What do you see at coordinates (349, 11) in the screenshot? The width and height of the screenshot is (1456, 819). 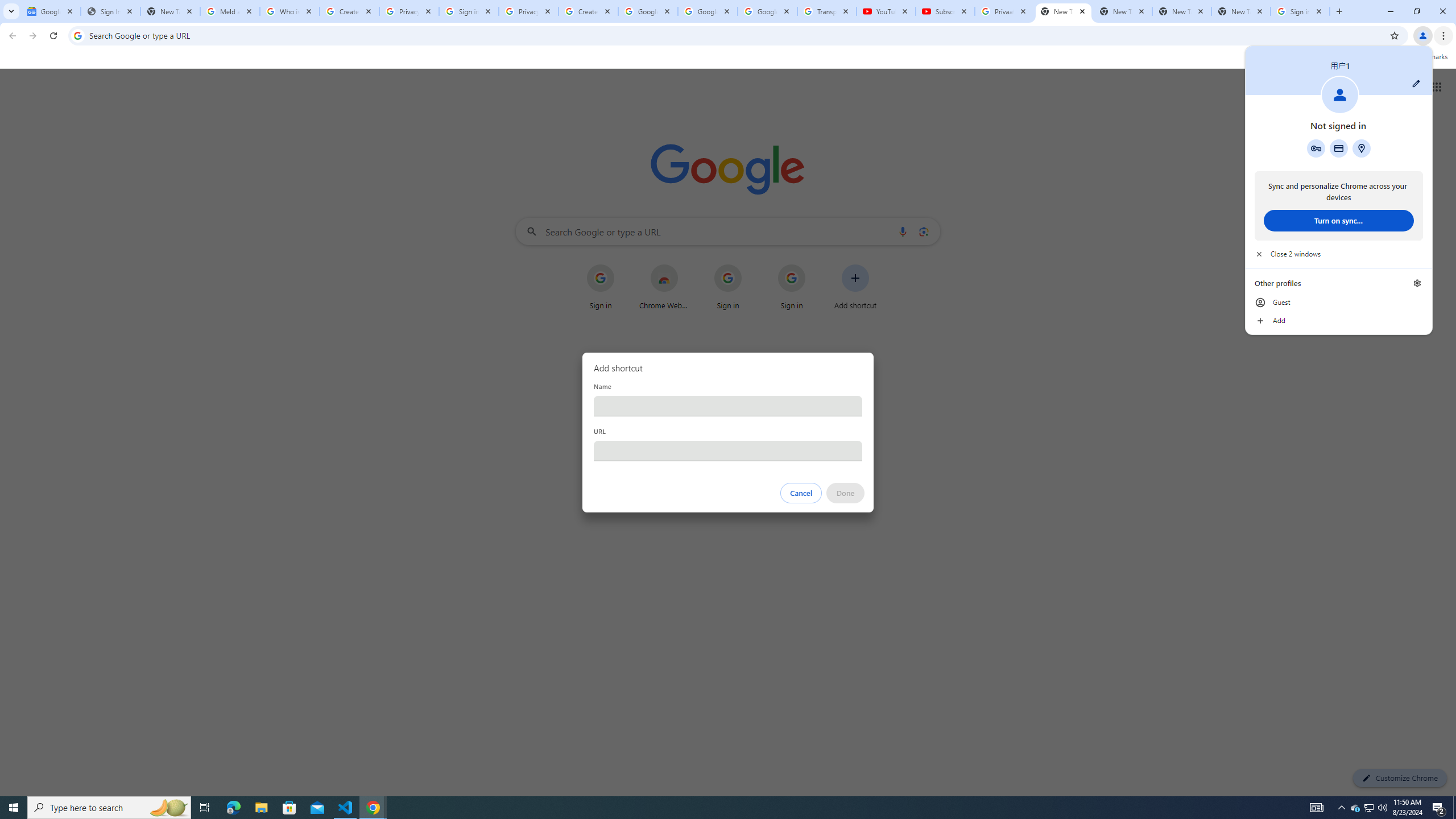 I see `'Create your Google Account'` at bounding box center [349, 11].